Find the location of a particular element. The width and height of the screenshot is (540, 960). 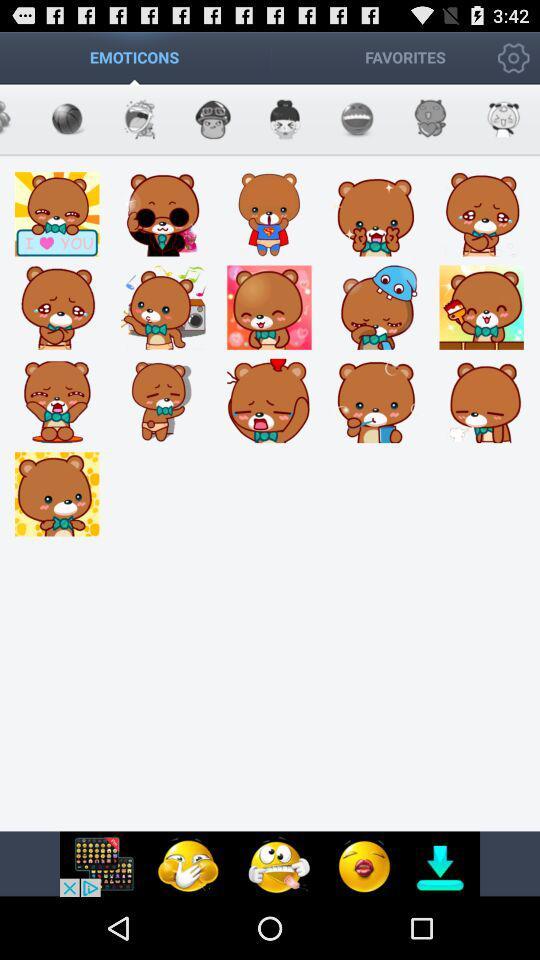

the globe icon is located at coordinates (211, 126).